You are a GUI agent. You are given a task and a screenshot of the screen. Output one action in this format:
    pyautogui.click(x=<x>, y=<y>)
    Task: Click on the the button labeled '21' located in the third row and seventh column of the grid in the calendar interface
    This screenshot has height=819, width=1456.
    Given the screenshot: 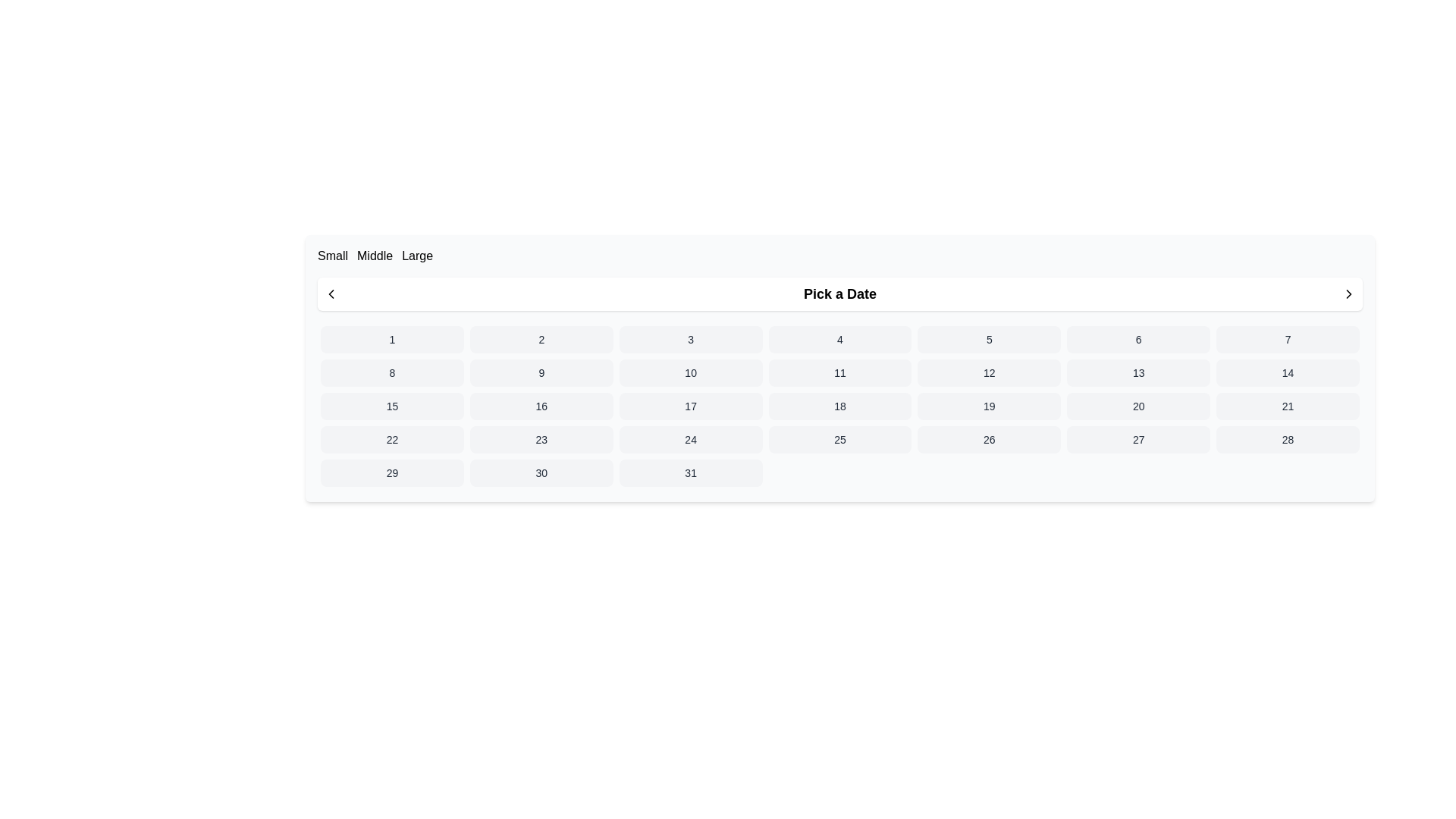 What is the action you would take?
    pyautogui.click(x=1287, y=406)
    